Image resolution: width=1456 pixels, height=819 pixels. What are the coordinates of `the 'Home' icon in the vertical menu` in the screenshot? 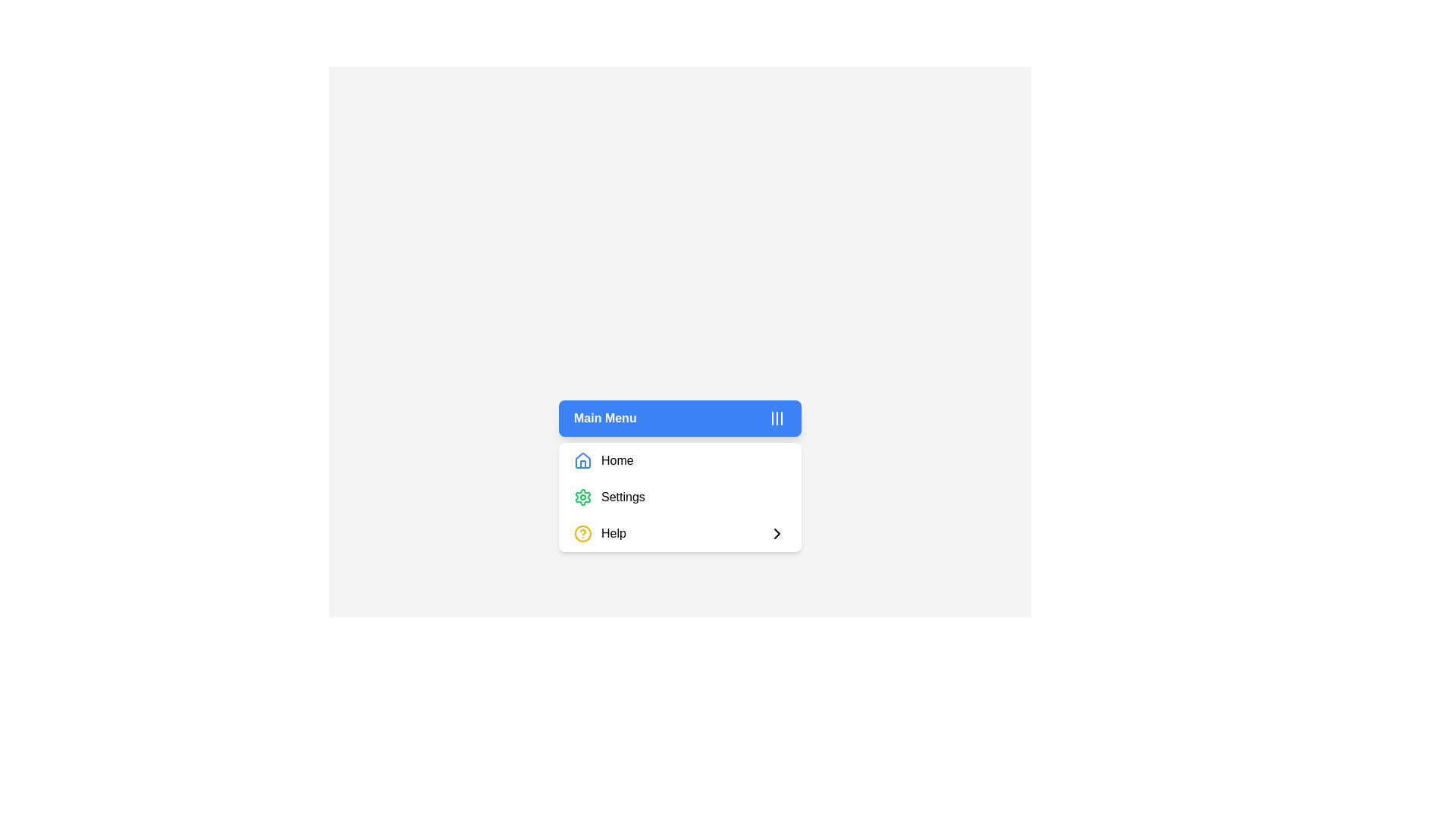 It's located at (582, 460).